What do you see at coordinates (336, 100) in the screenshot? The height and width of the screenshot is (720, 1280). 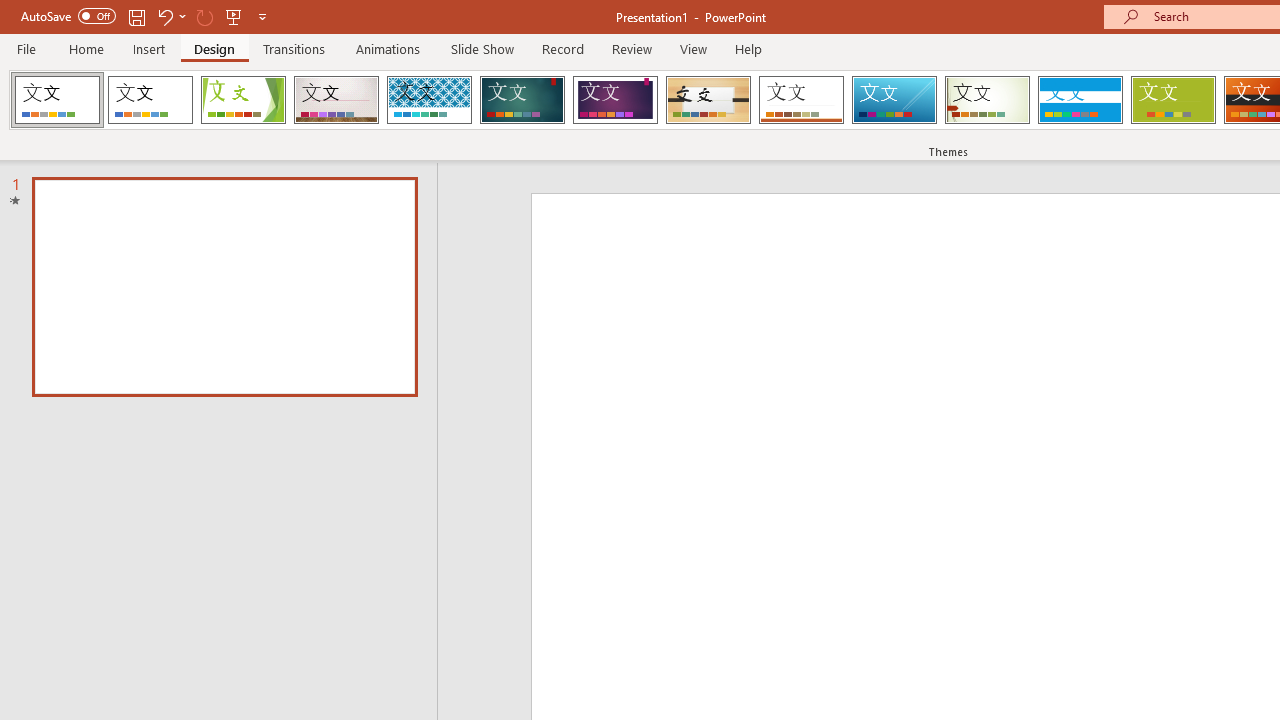 I see `'Gallery Loading Preview...'` at bounding box center [336, 100].